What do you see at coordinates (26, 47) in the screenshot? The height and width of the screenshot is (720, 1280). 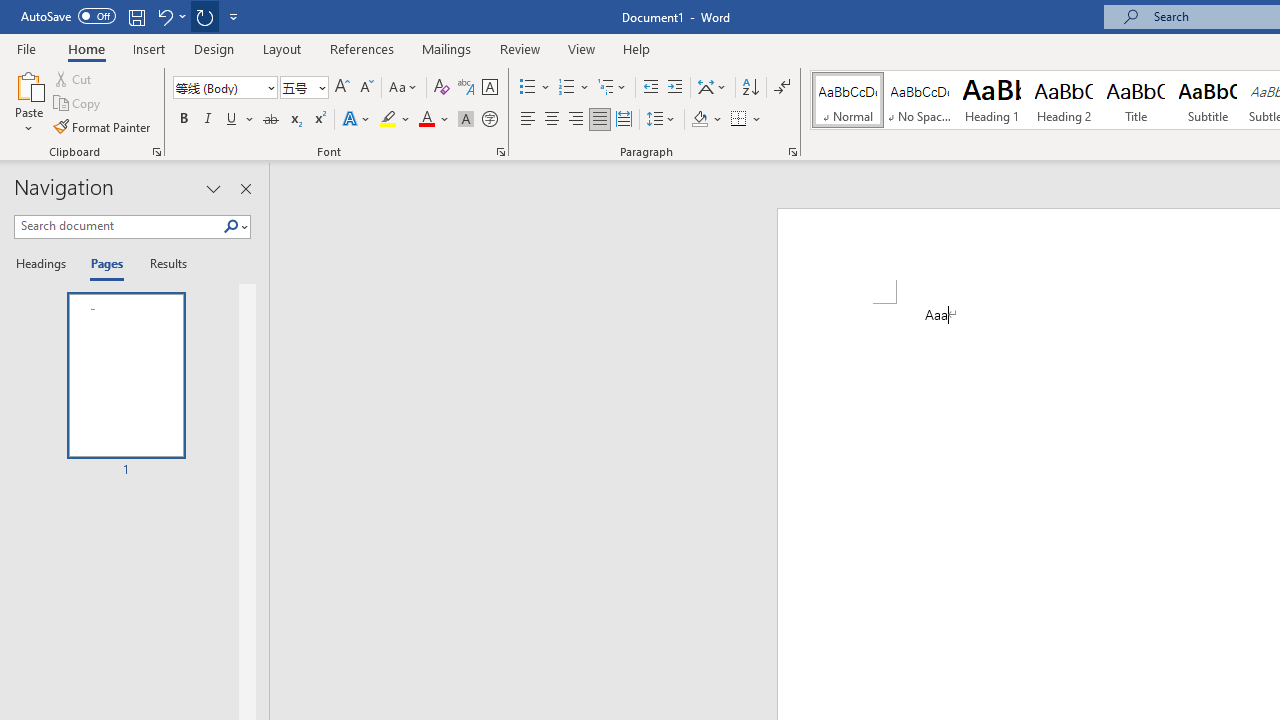 I see `'File Tab'` at bounding box center [26, 47].